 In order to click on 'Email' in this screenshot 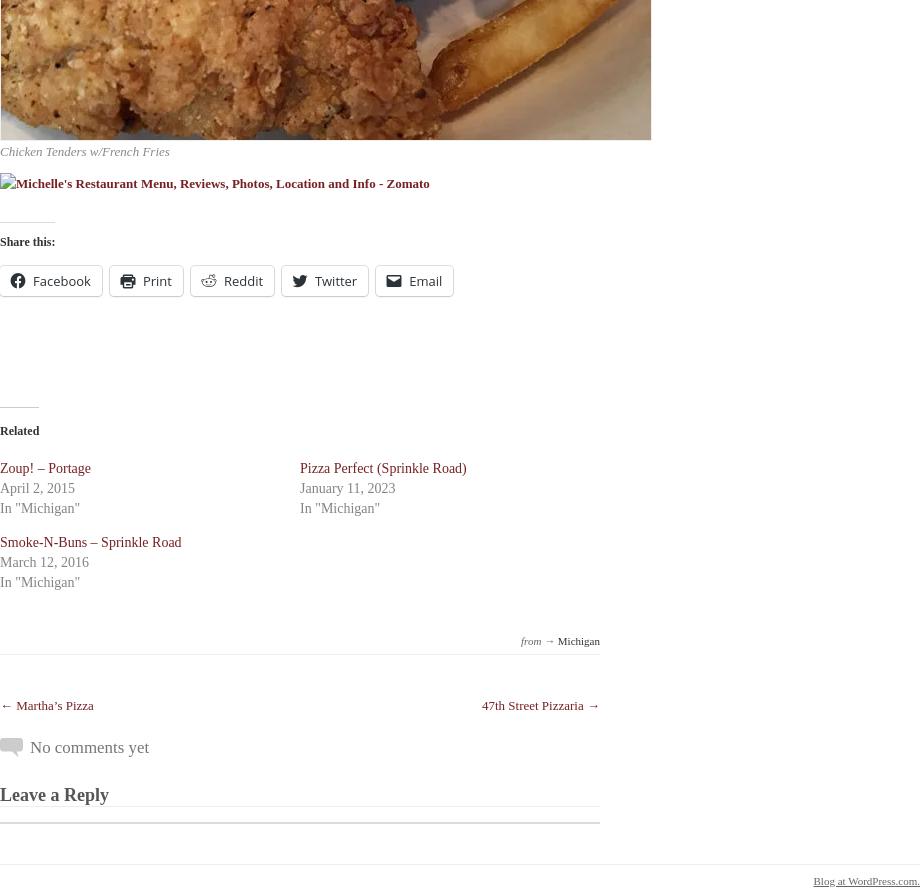, I will do `click(424, 279)`.